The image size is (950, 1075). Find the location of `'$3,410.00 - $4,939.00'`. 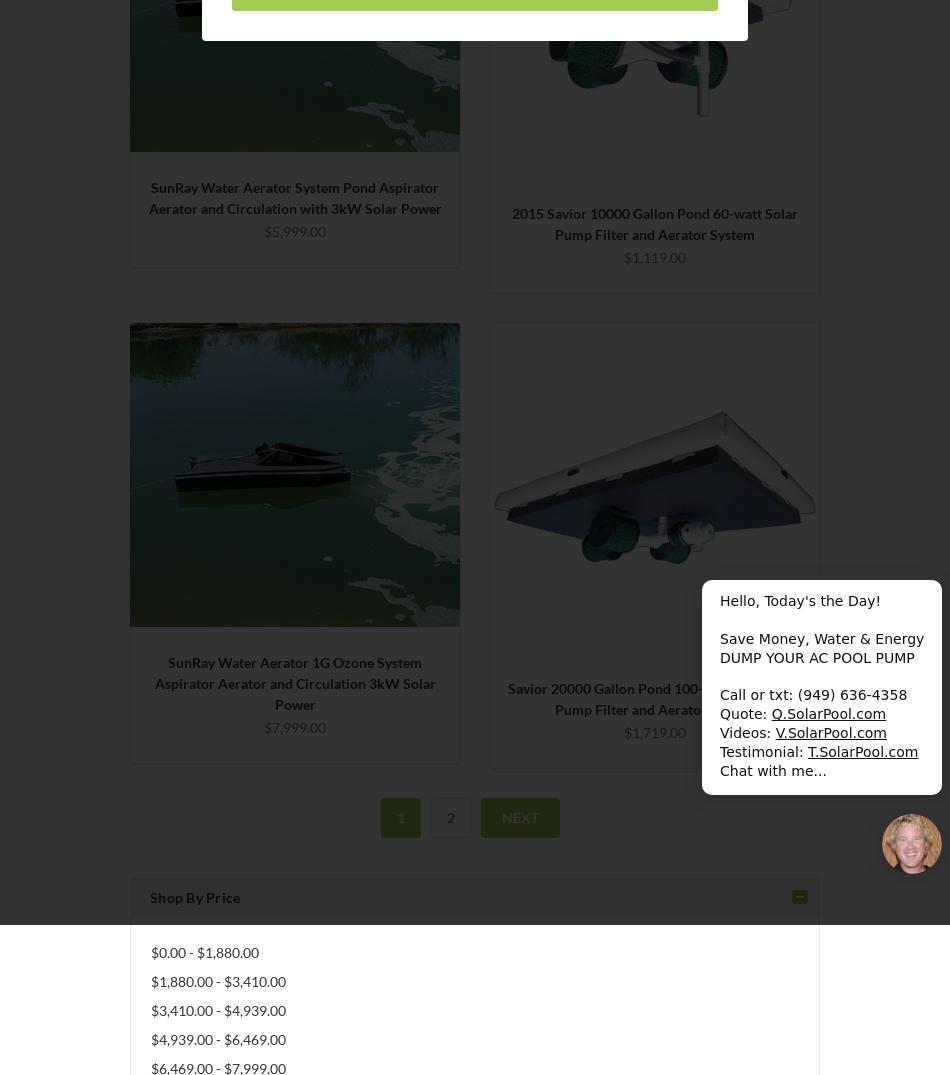

'$3,410.00 - $4,939.00' is located at coordinates (150, 1009).